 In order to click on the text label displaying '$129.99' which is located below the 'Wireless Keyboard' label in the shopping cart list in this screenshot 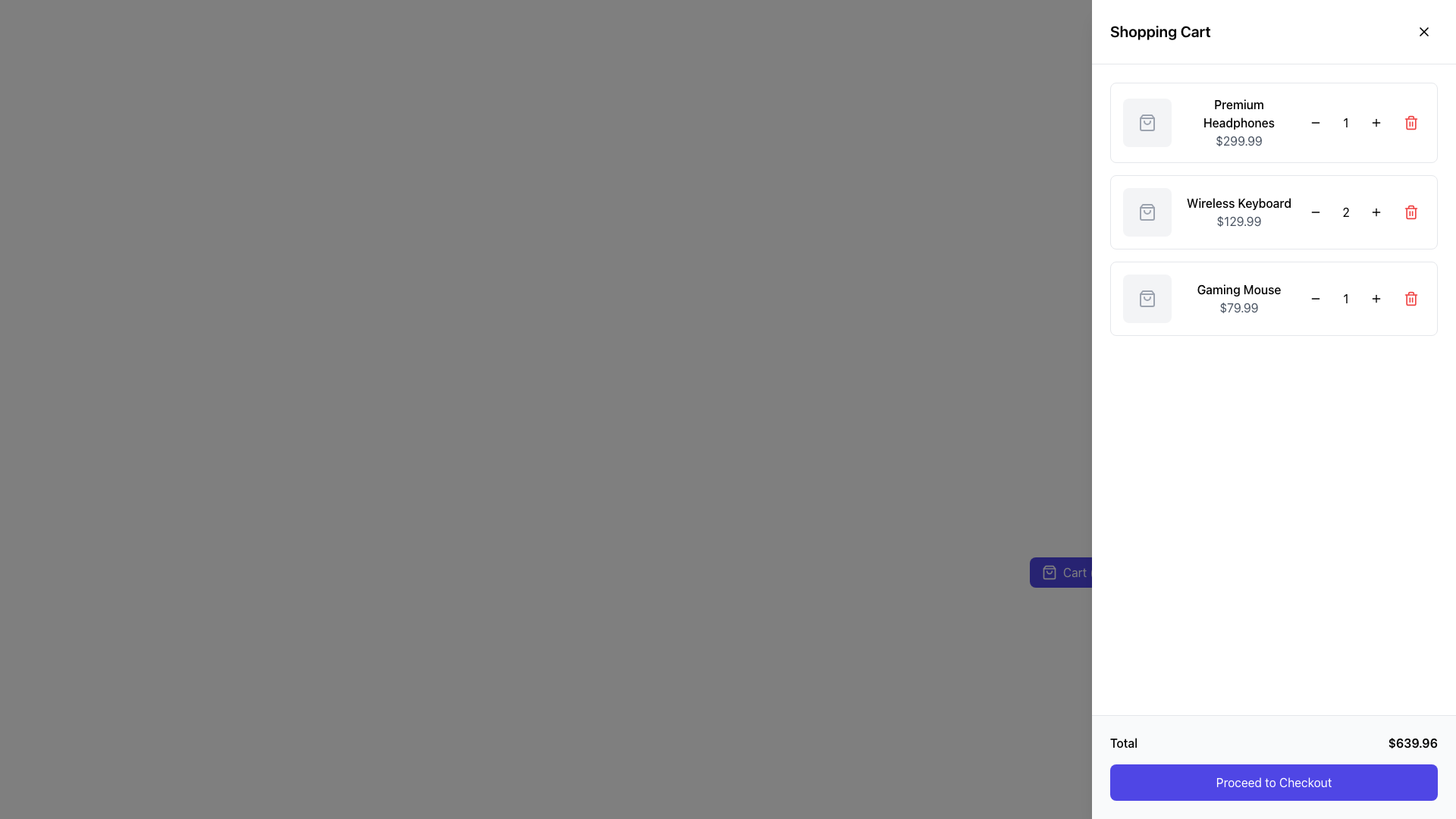, I will do `click(1238, 221)`.